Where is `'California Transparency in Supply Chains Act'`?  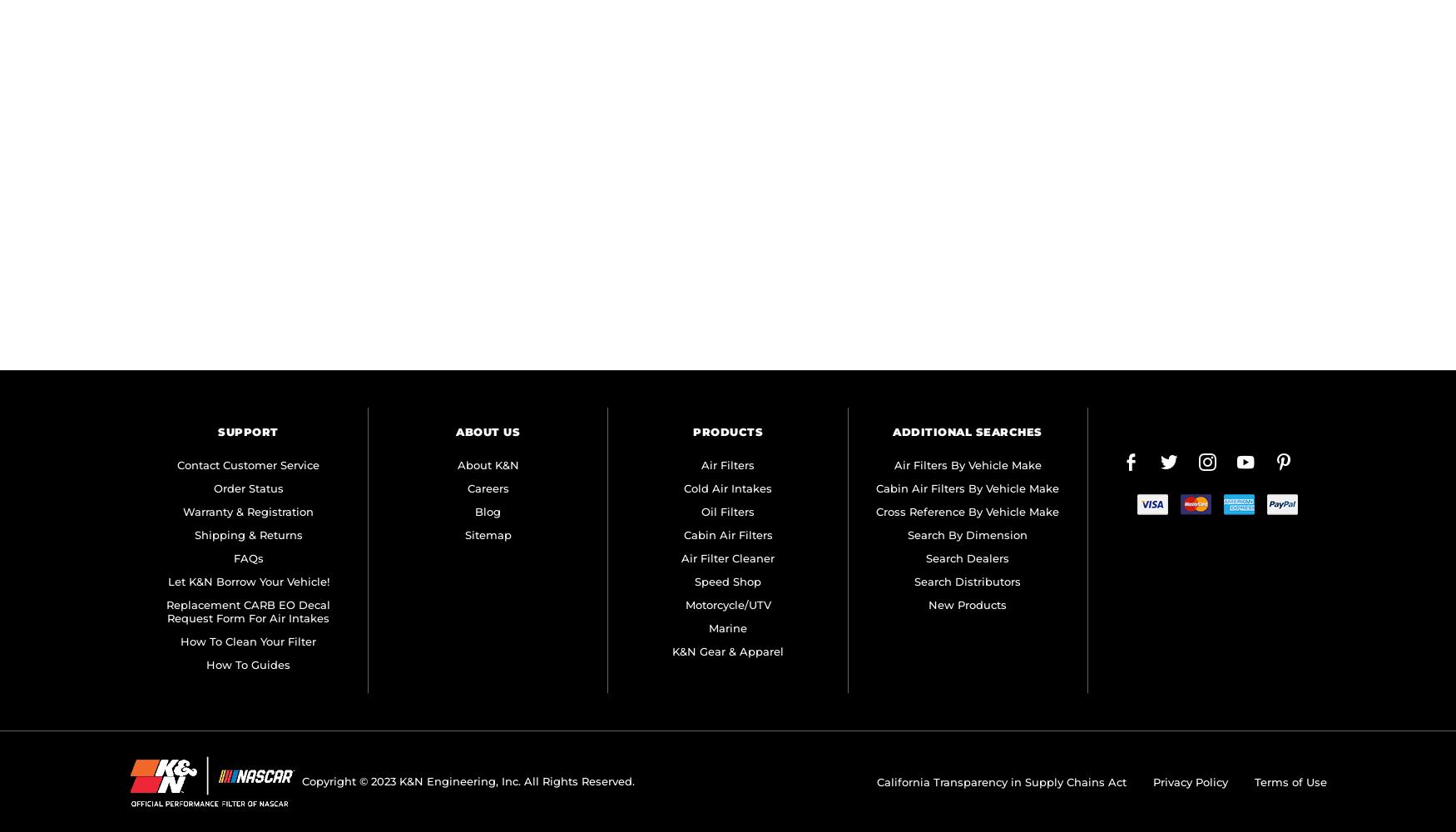 'California Transparency in Supply Chains Act' is located at coordinates (1002, 780).